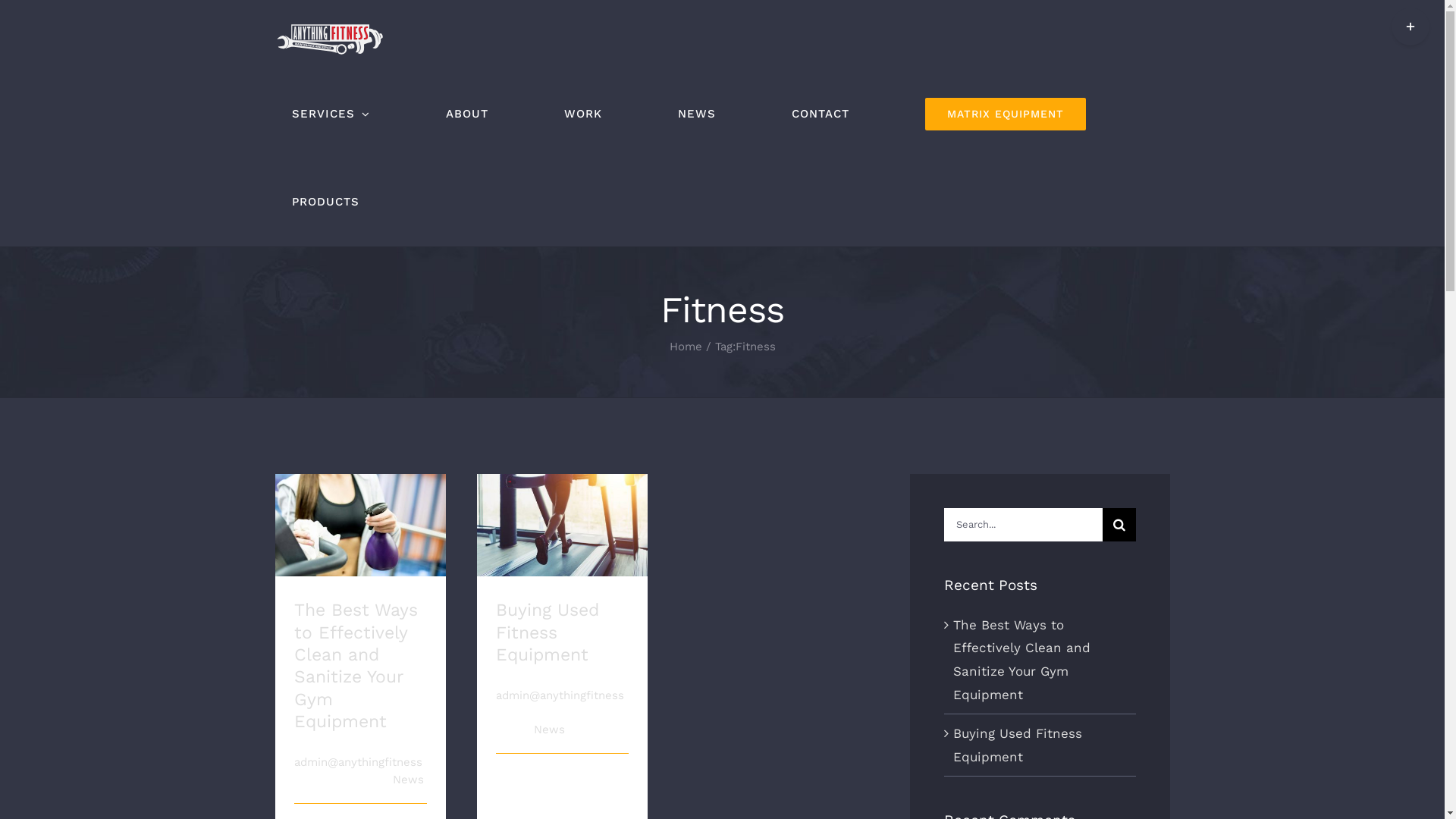 The height and width of the screenshot is (819, 1456). I want to click on 'Home', so click(684, 346).